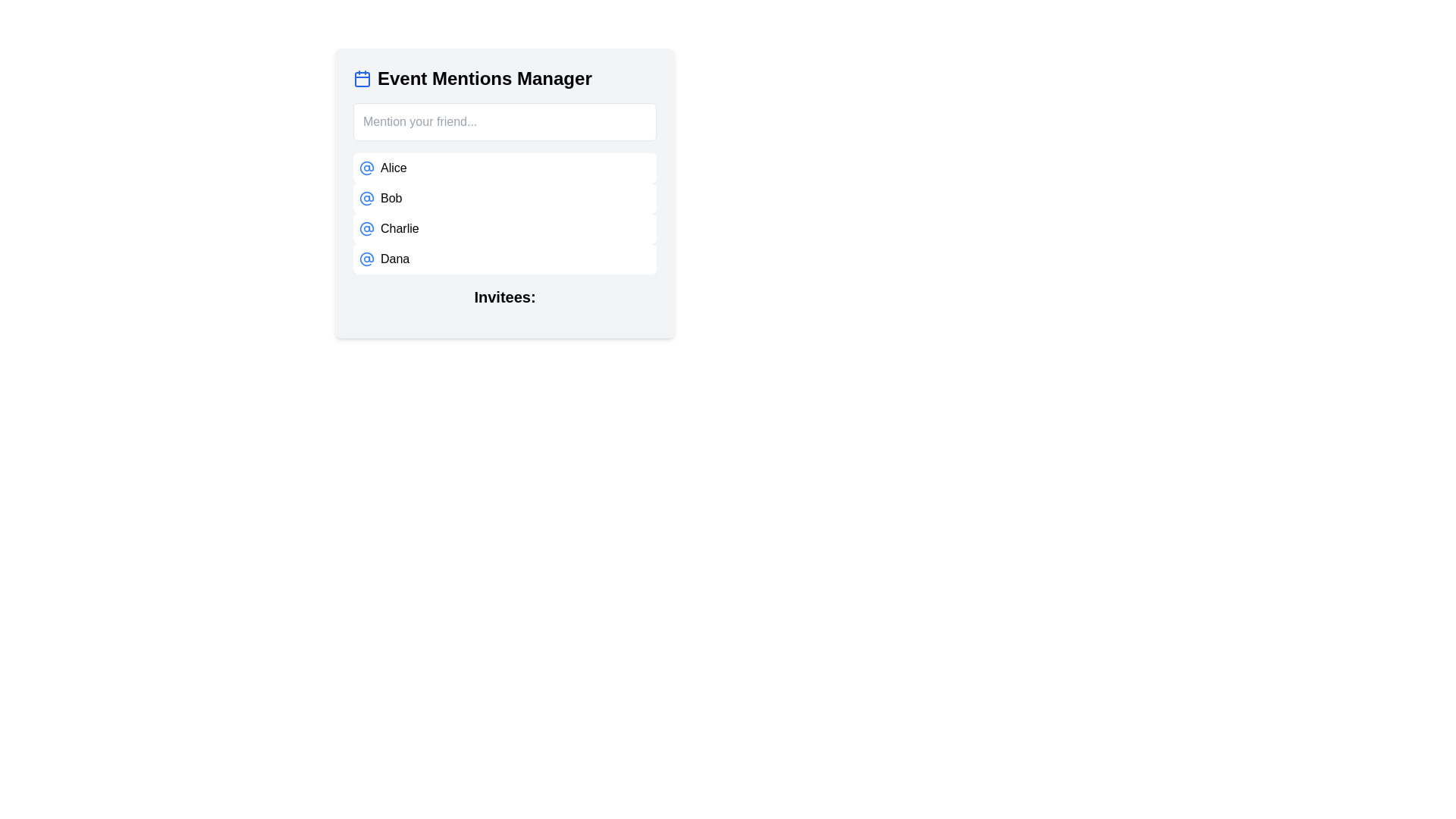  What do you see at coordinates (367, 198) in the screenshot?
I see `the blue '@' icon located to the left of the text 'Bob' in the second row of the list under 'Event Mentions Manager'` at bounding box center [367, 198].